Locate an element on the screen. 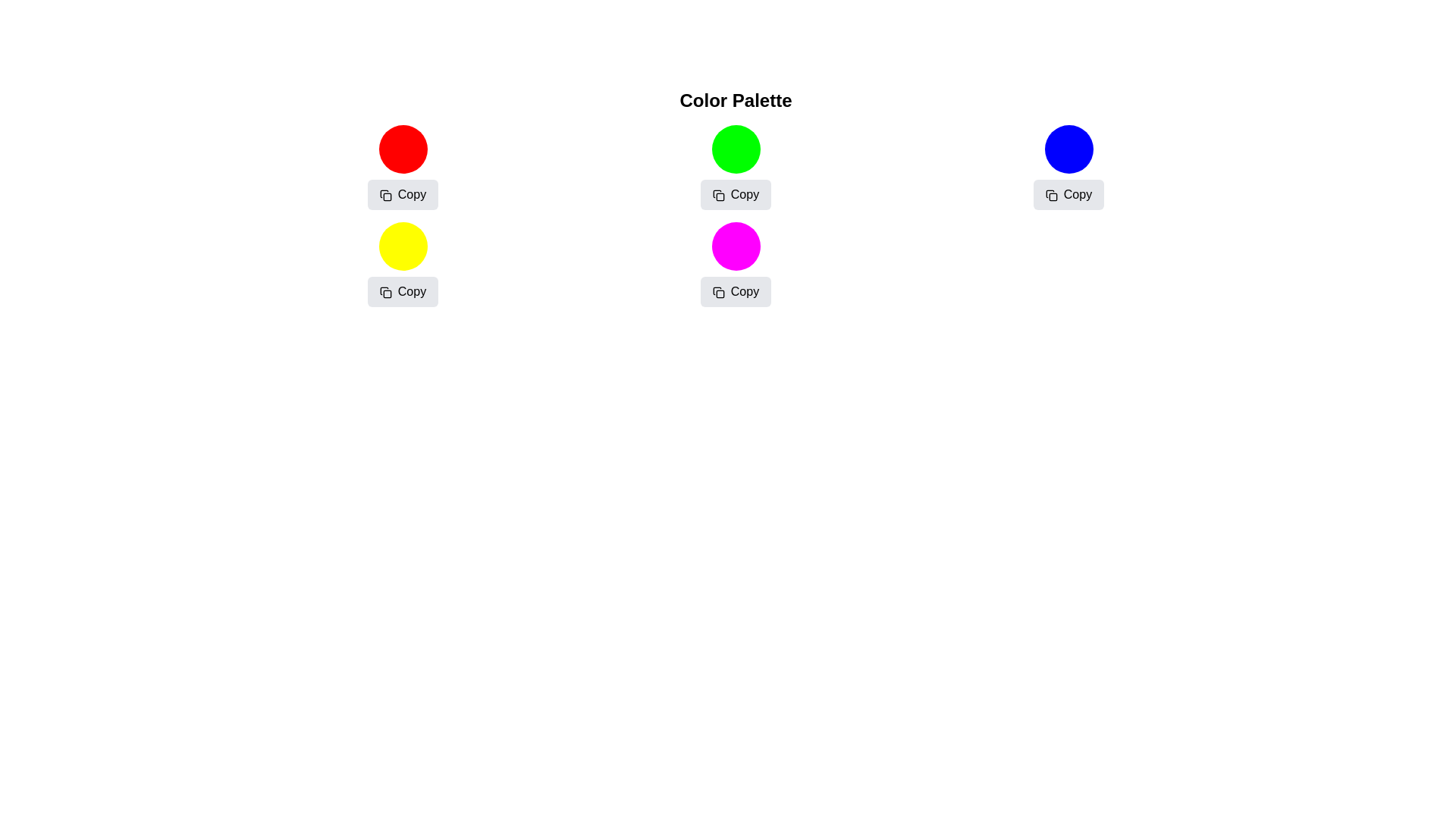 This screenshot has width=1456, height=819. the clipboard icon located to the left of the 'Copy' text within its button, which has a light gray background and rounded corners is located at coordinates (717, 194).